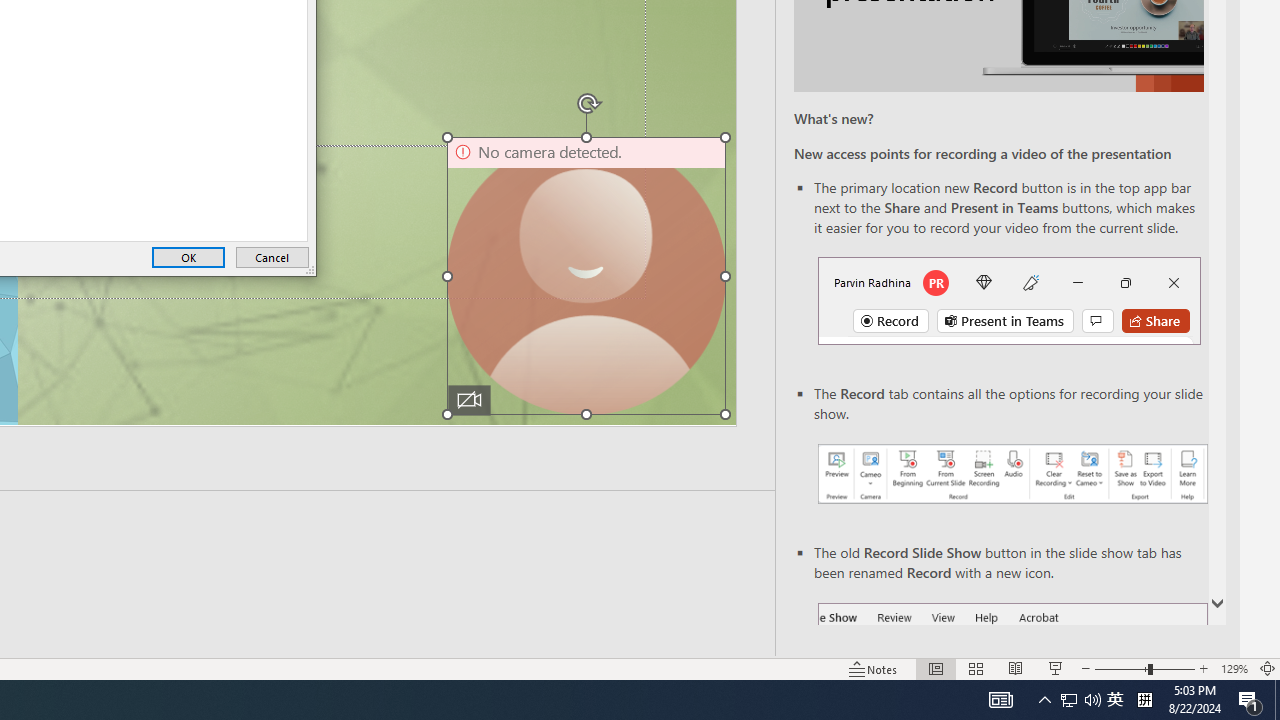  I want to click on 'OK', so click(188, 256).